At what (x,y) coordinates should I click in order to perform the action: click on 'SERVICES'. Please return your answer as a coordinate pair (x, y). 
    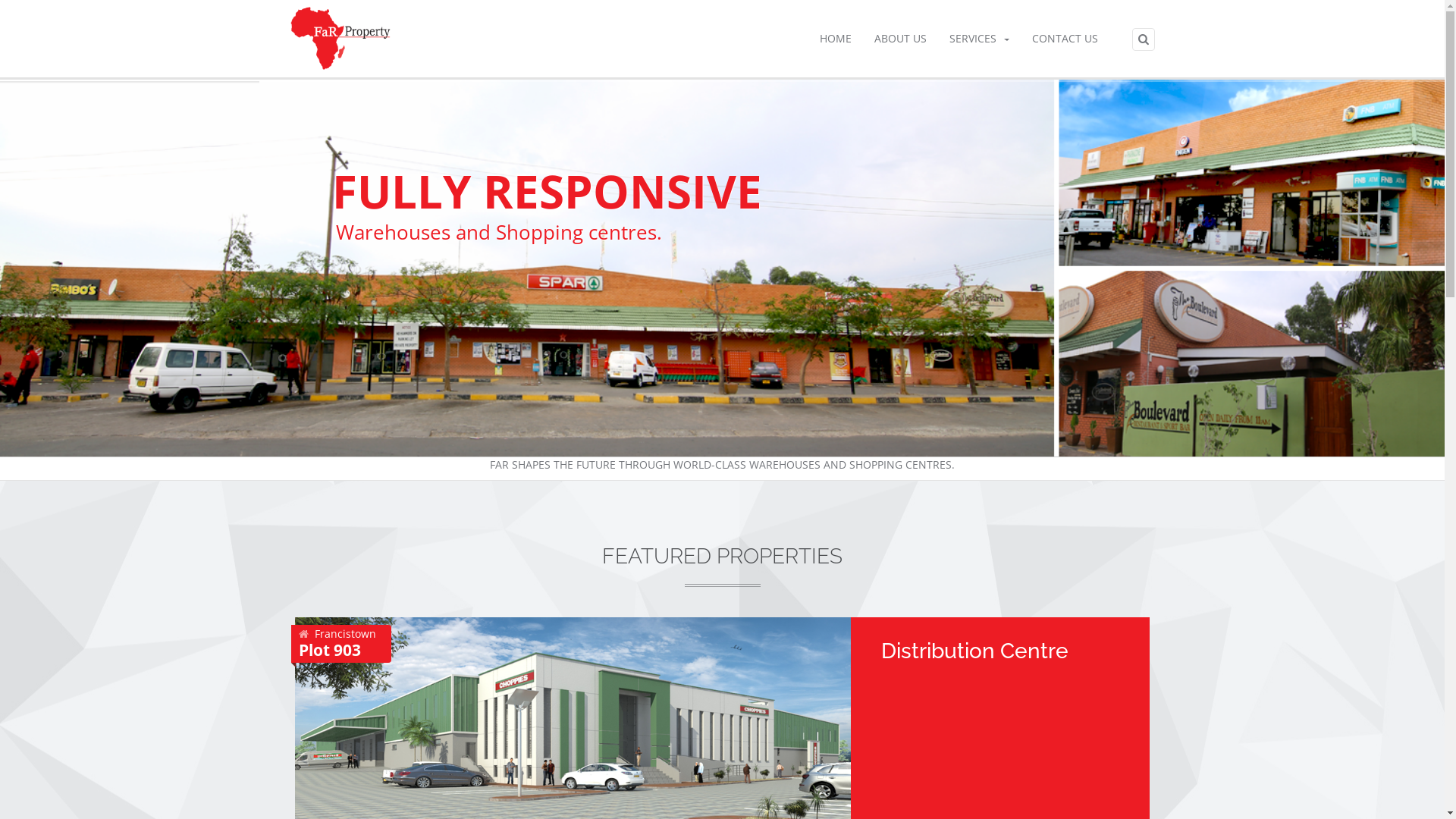
    Looking at the image, I should click on (978, 37).